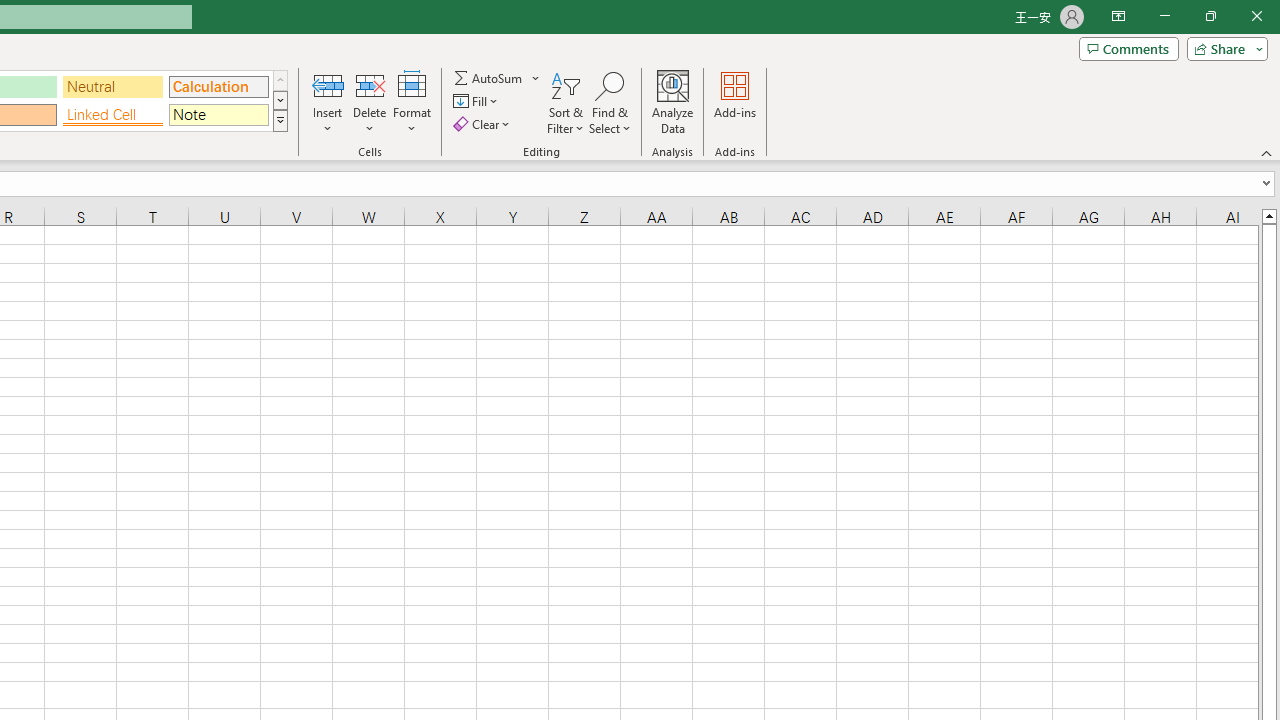 The height and width of the screenshot is (720, 1280). What do you see at coordinates (1128, 47) in the screenshot?
I see `'Comments'` at bounding box center [1128, 47].